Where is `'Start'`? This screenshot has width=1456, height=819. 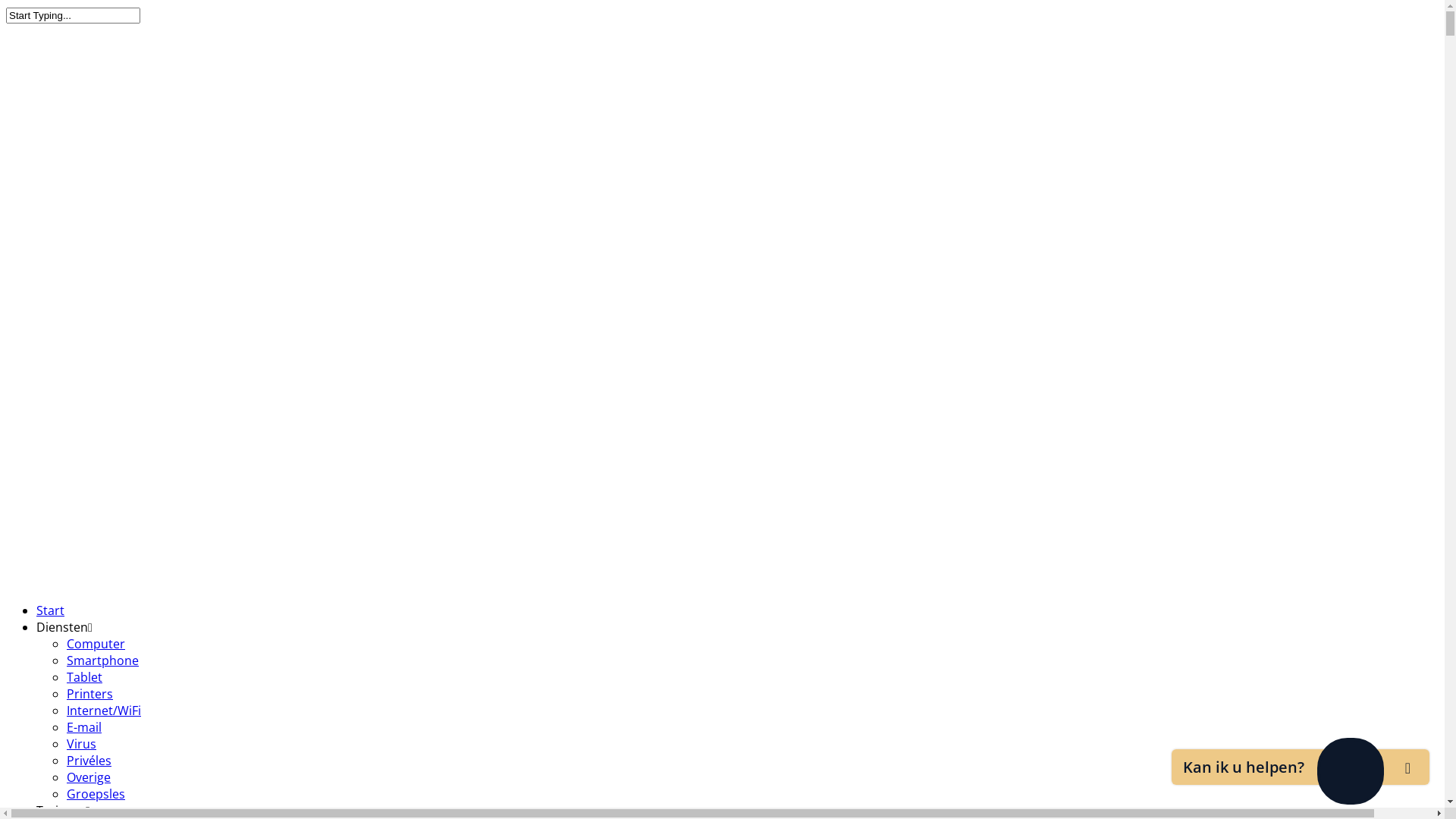
'Start' is located at coordinates (50, 610).